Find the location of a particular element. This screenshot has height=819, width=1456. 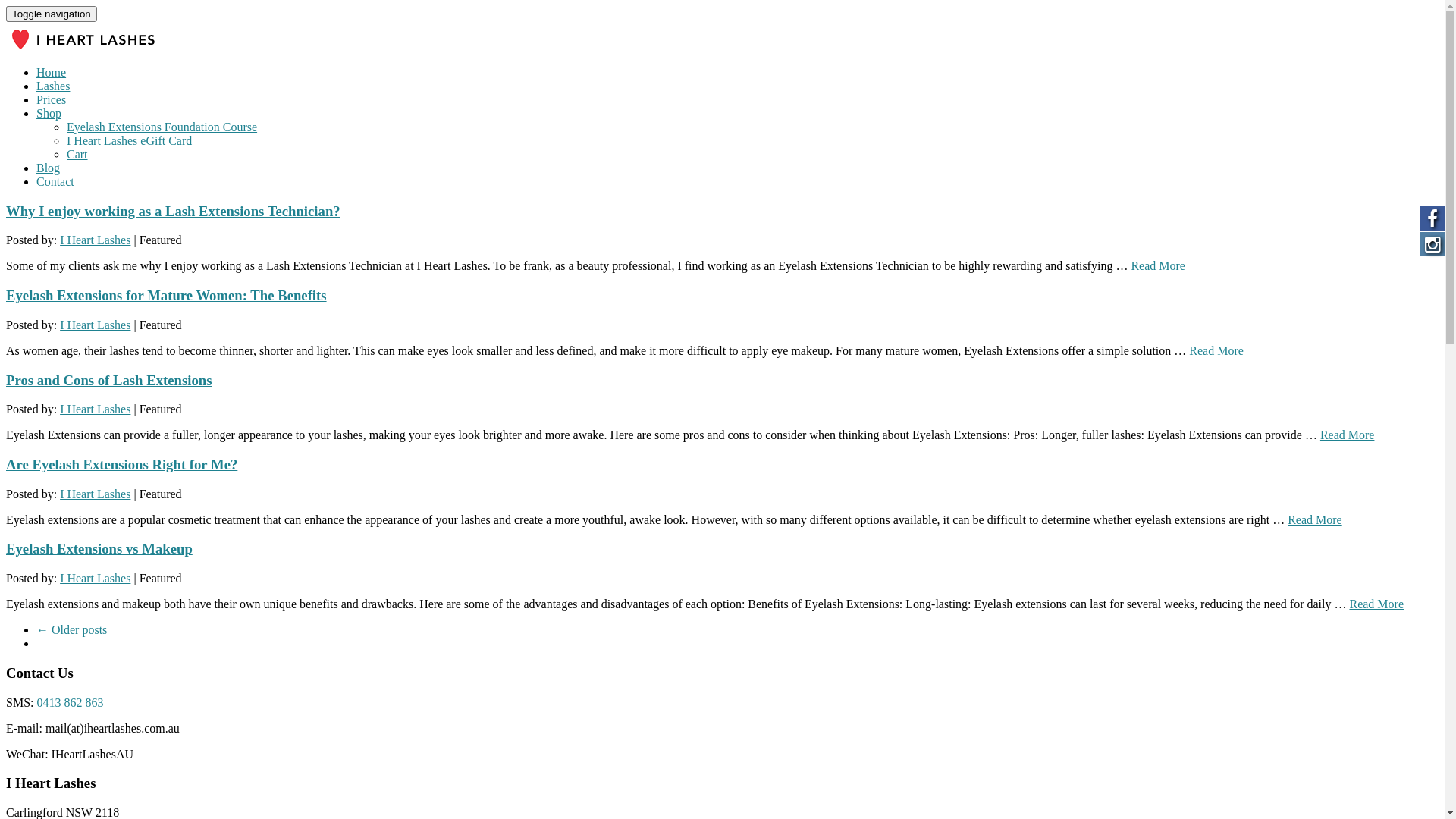

'Eyelash Extensions Foundation Course' is located at coordinates (162, 126).